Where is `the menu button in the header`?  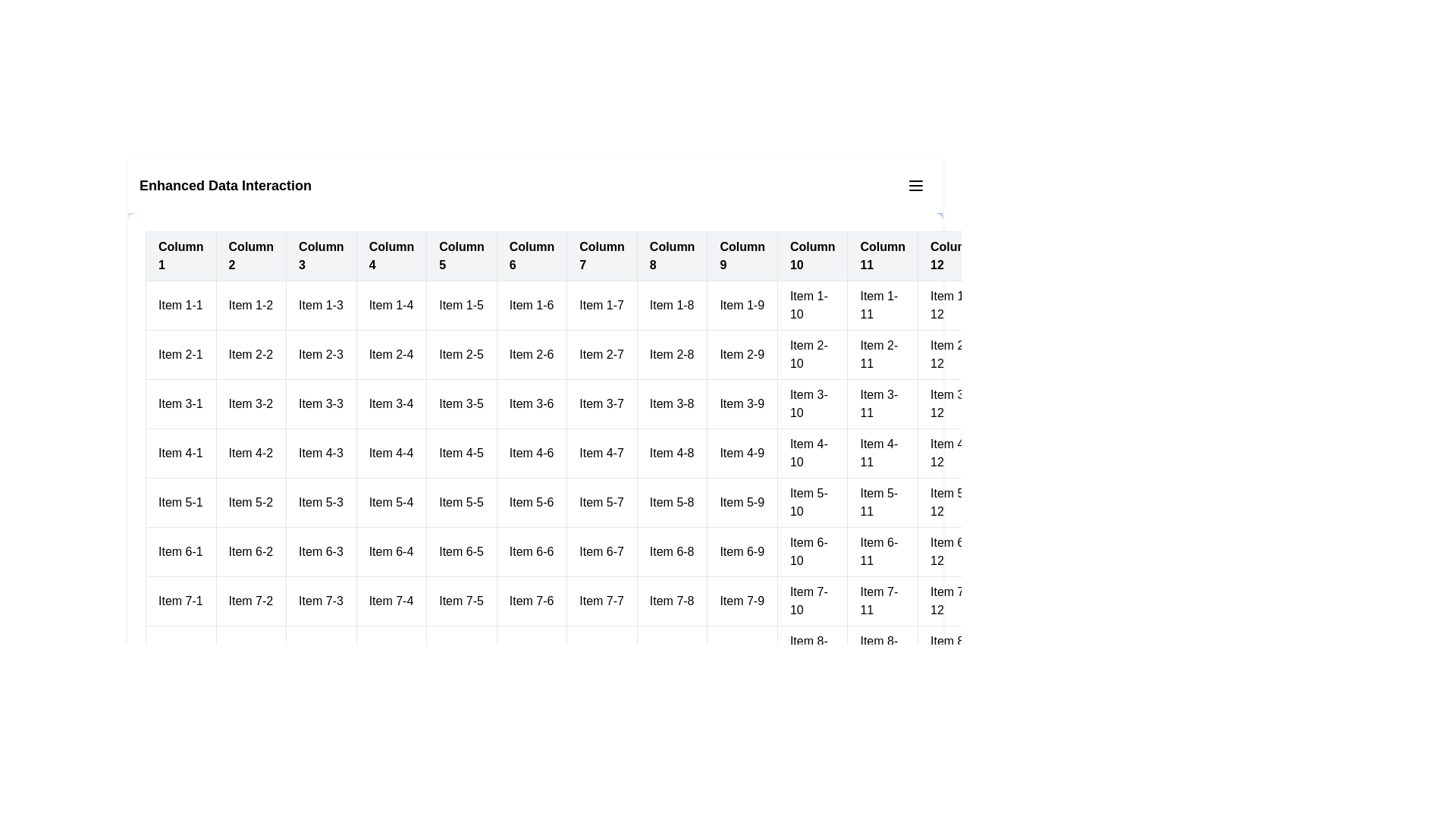
the menu button in the header is located at coordinates (915, 185).